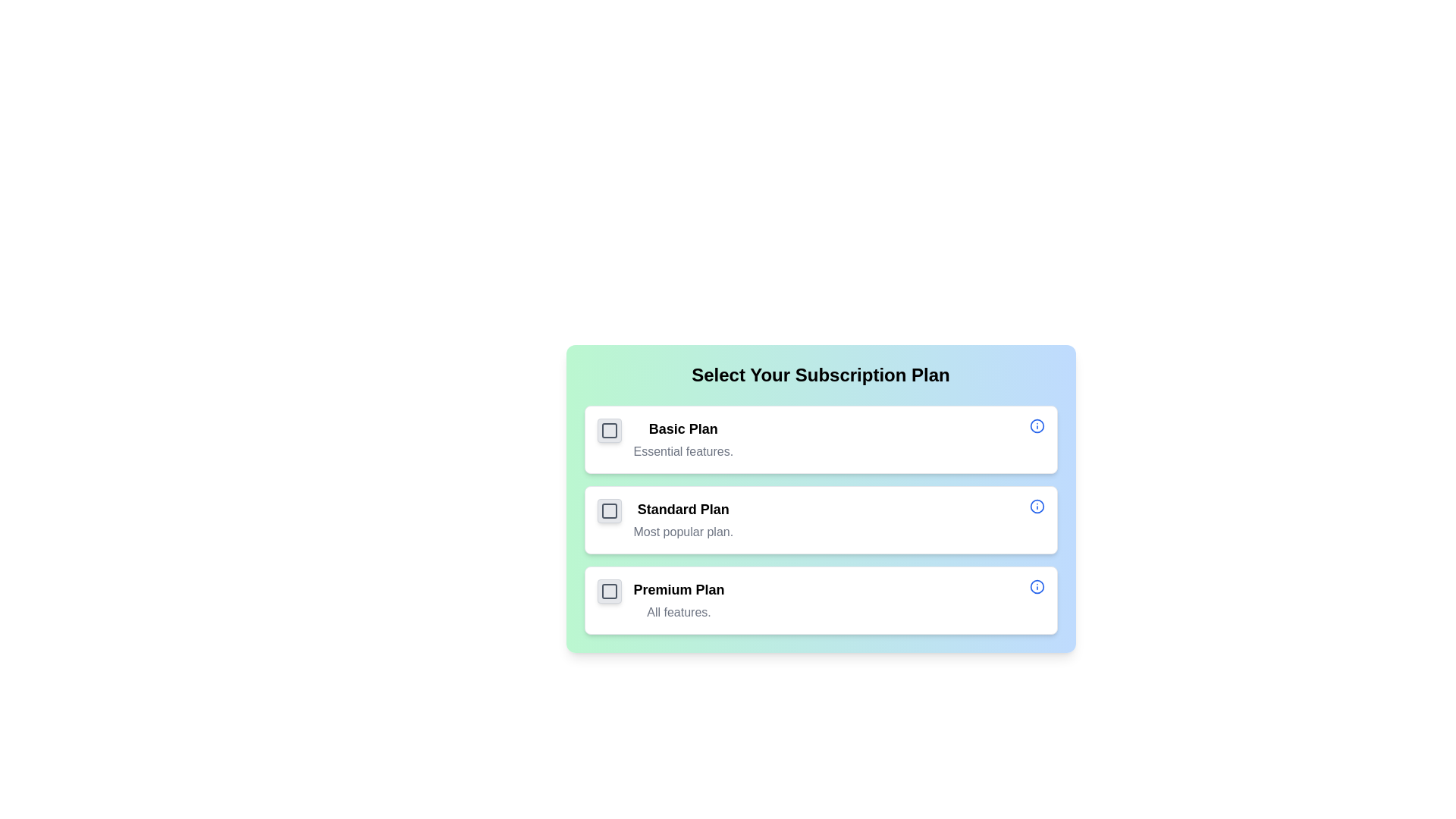 This screenshot has height=819, width=1456. Describe the element at coordinates (1036, 426) in the screenshot. I see `the blue circular informational icon with a white background and blue outline, located at the far right of the 'Basic Plan' card` at that location.